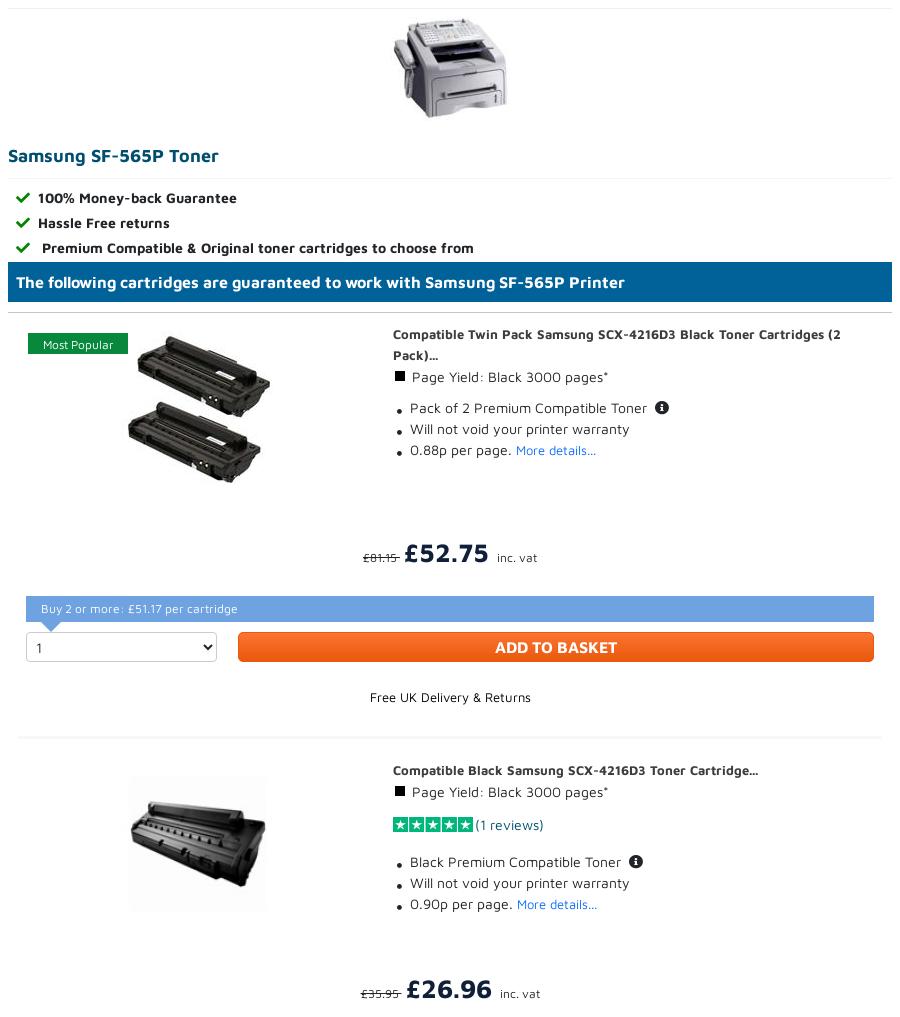  I want to click on '* Buy 2 Get 1 Free offer applies to selected compatible', so click(186, 633).